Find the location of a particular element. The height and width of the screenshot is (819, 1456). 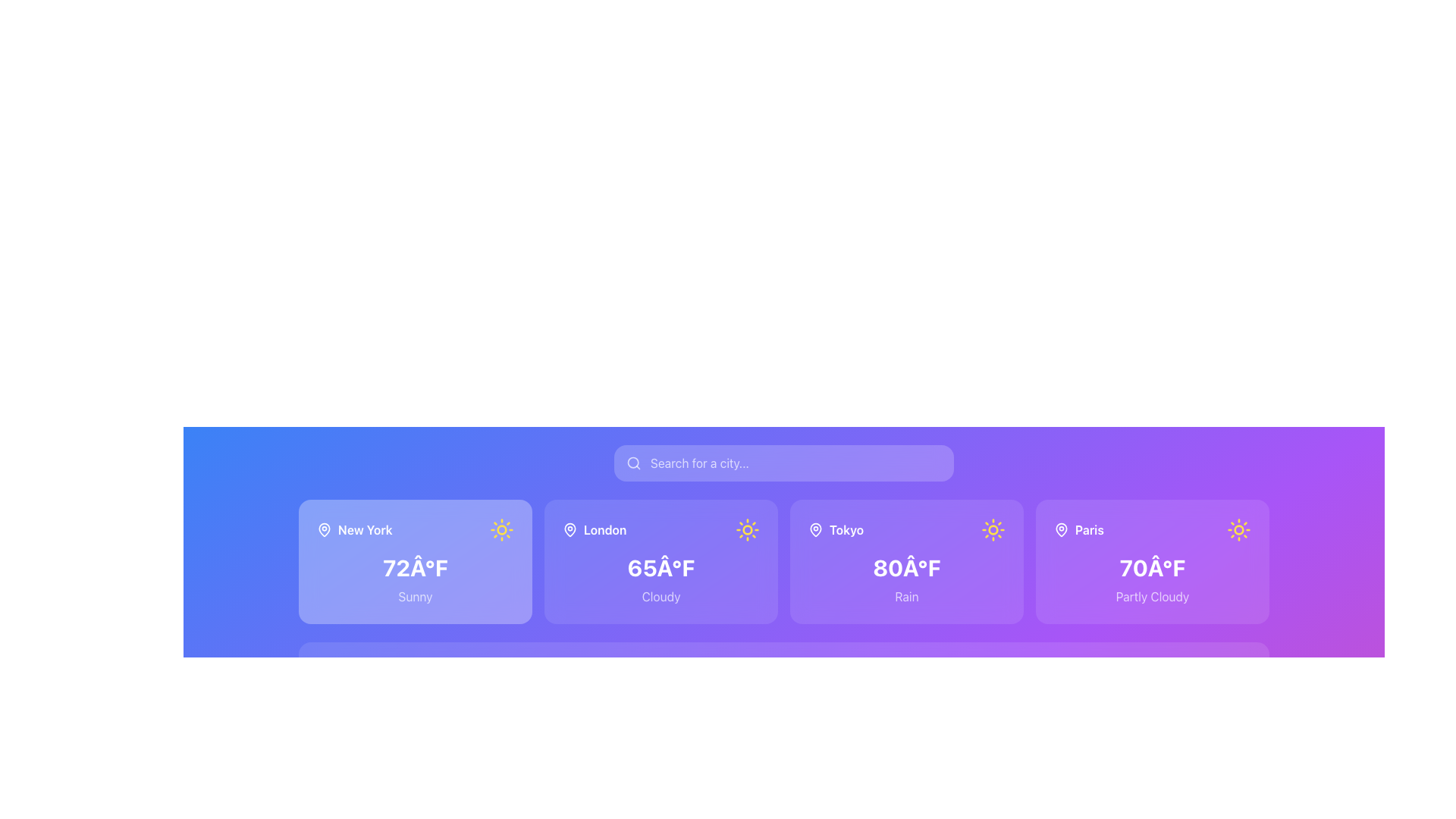

the geographical location icon representing the city of Tokyo, which is positioned at the leftmost area of the card before the city name text. This icon is the third from the left in a sequence of similar icons across neighboring cards is located at coordinates (814, 529).